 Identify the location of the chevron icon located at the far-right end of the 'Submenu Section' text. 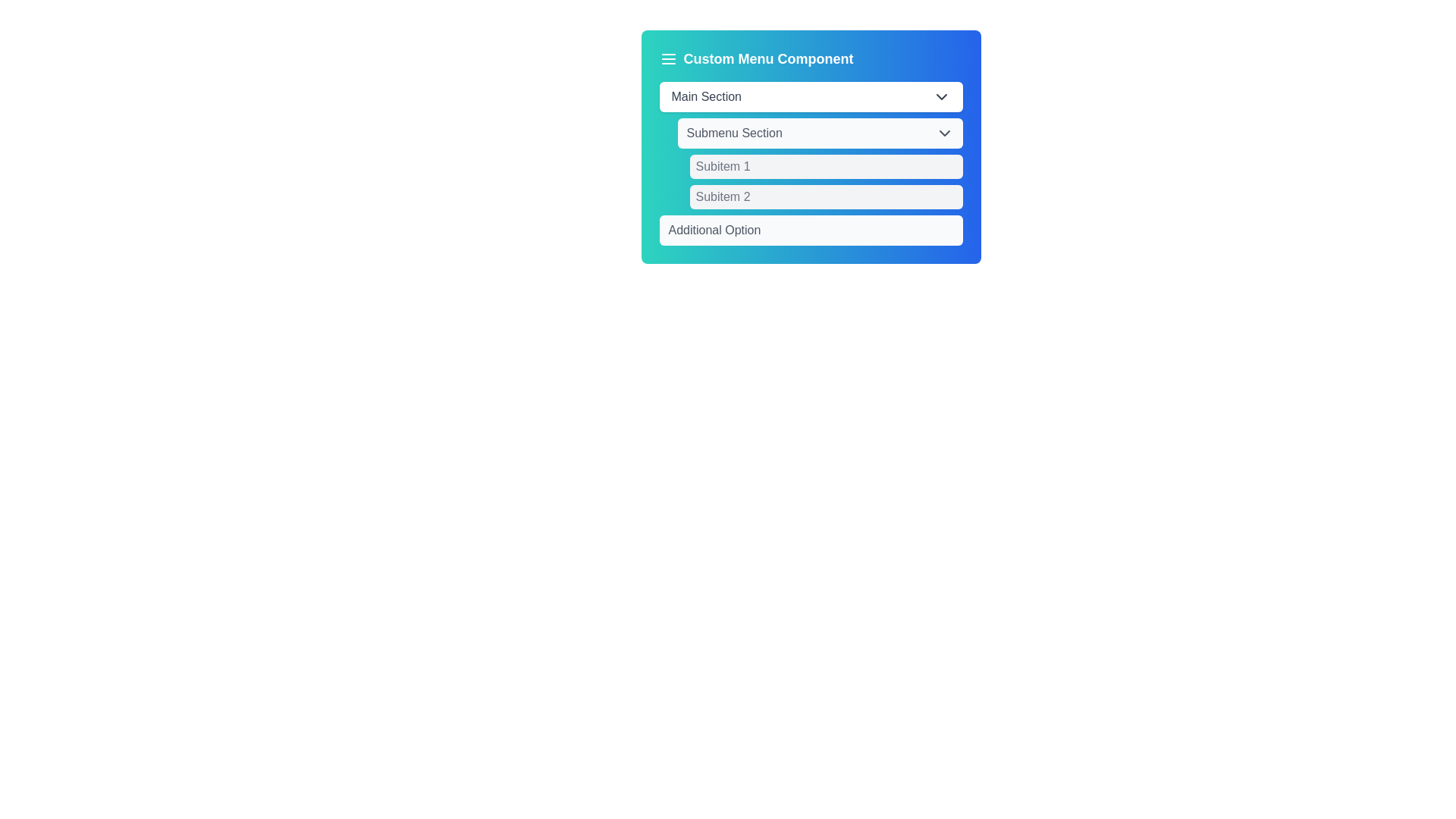
(943, 133).